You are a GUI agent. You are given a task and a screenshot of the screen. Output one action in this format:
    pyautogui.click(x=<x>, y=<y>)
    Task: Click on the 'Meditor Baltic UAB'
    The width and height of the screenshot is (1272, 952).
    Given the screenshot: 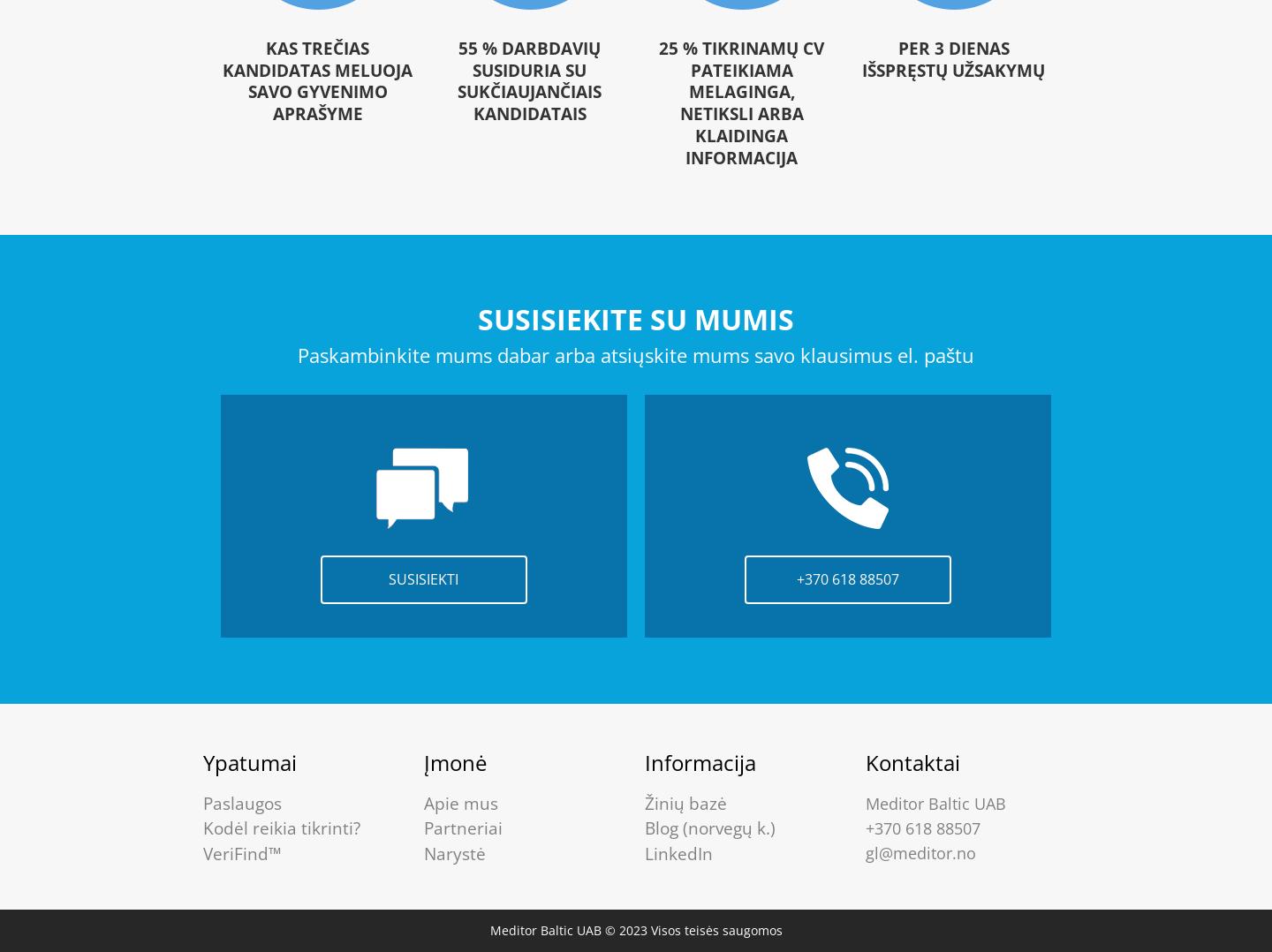 What is the action you would take?
    pyautogui.click(x=865, y=802)
    